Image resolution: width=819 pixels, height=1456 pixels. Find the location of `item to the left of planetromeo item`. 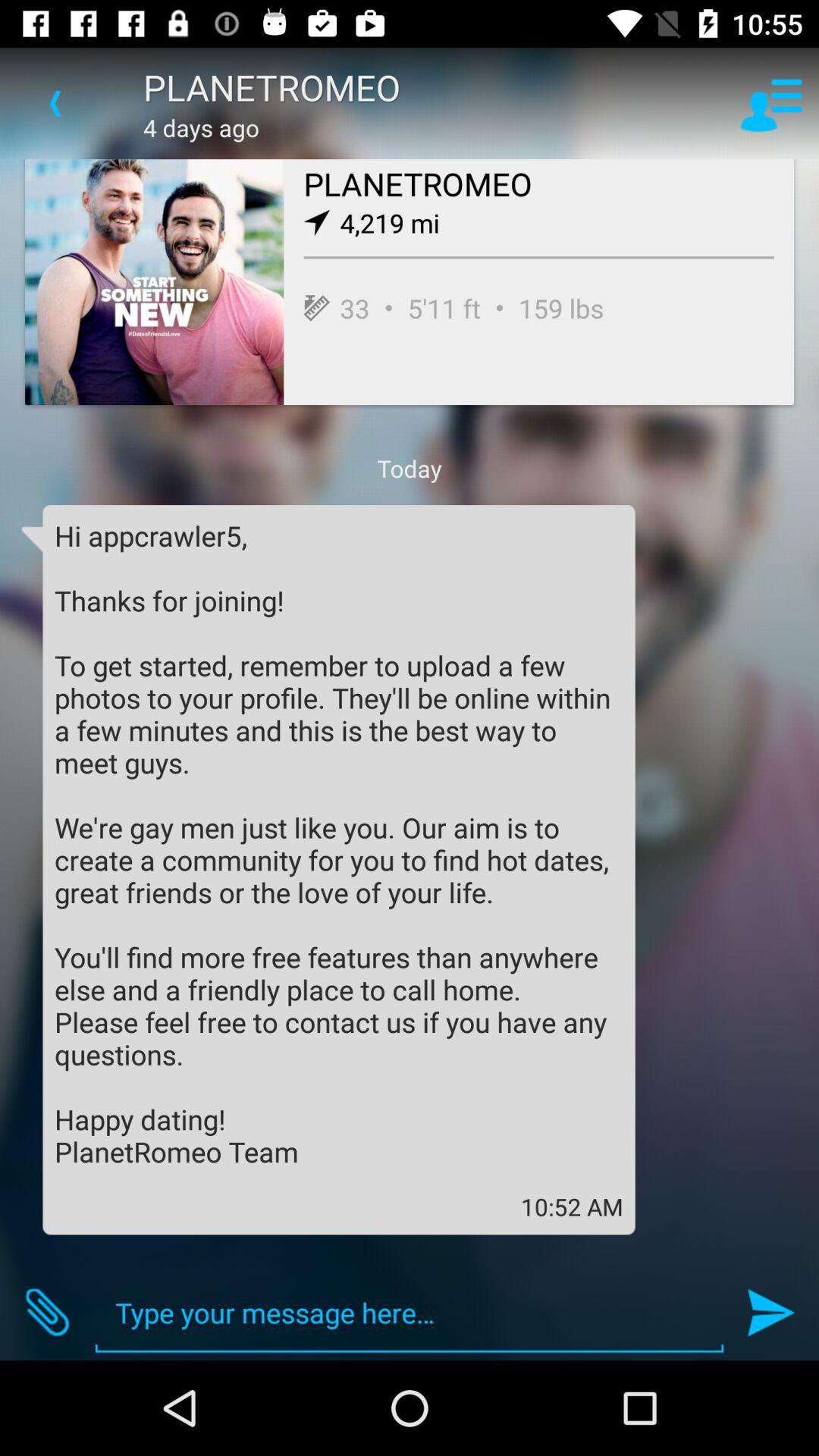

item to the left of planetromeo item is located at coordinates (55, 102).